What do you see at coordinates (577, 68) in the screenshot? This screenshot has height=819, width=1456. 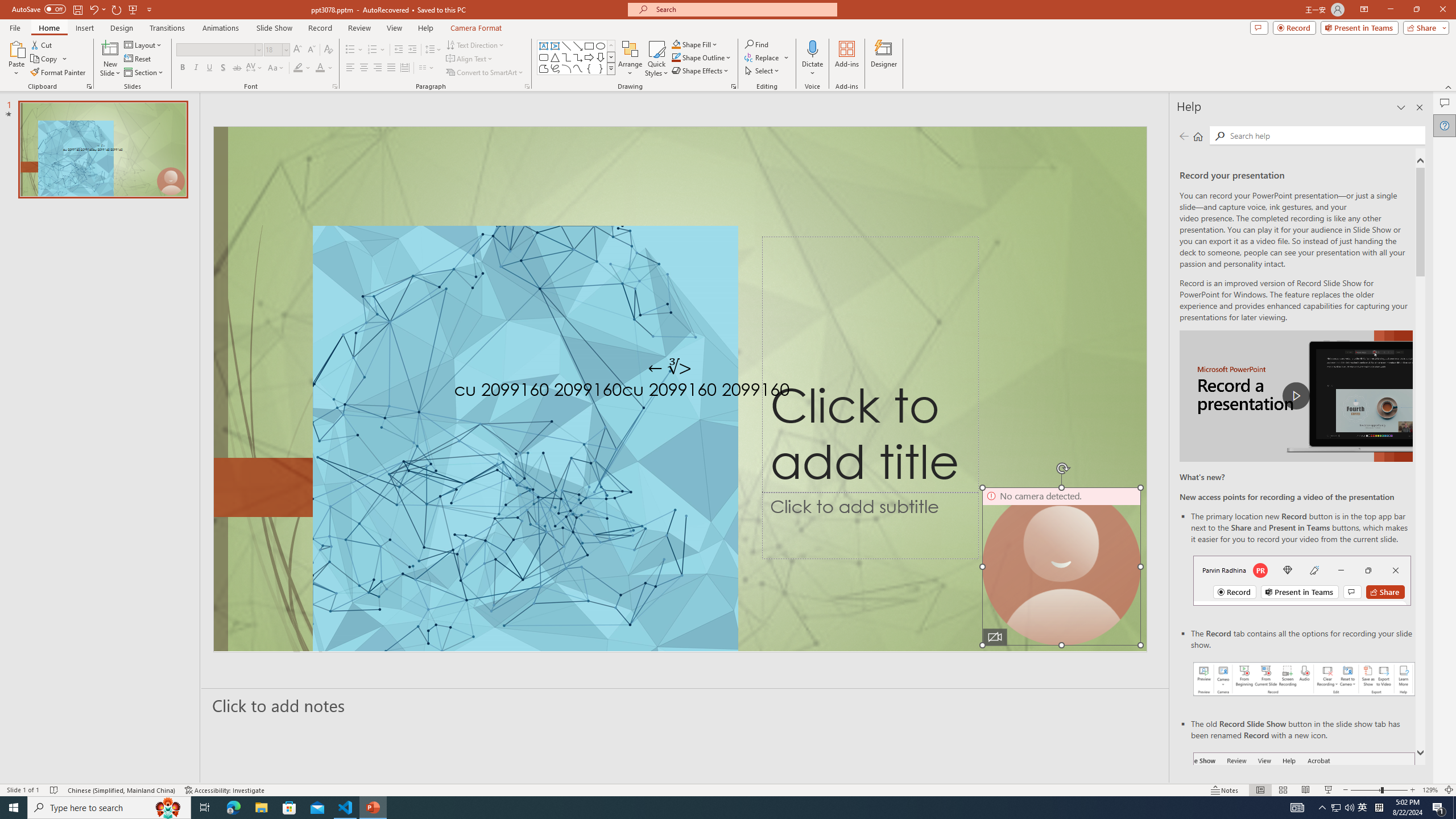 I see `'Curve'` at bounding box center [577, 68].